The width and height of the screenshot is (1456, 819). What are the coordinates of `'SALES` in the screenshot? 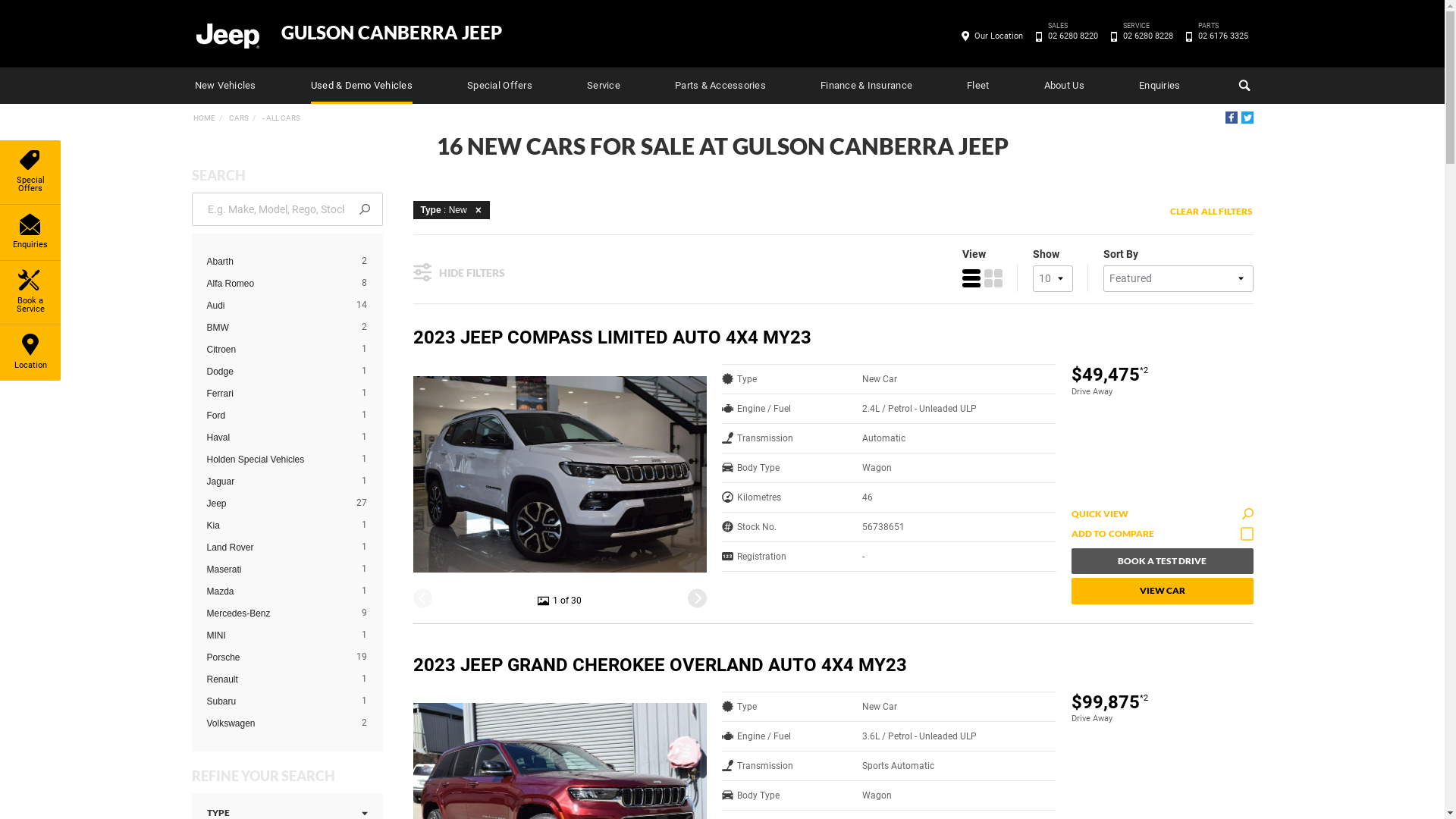 It's located at (1040, 35).